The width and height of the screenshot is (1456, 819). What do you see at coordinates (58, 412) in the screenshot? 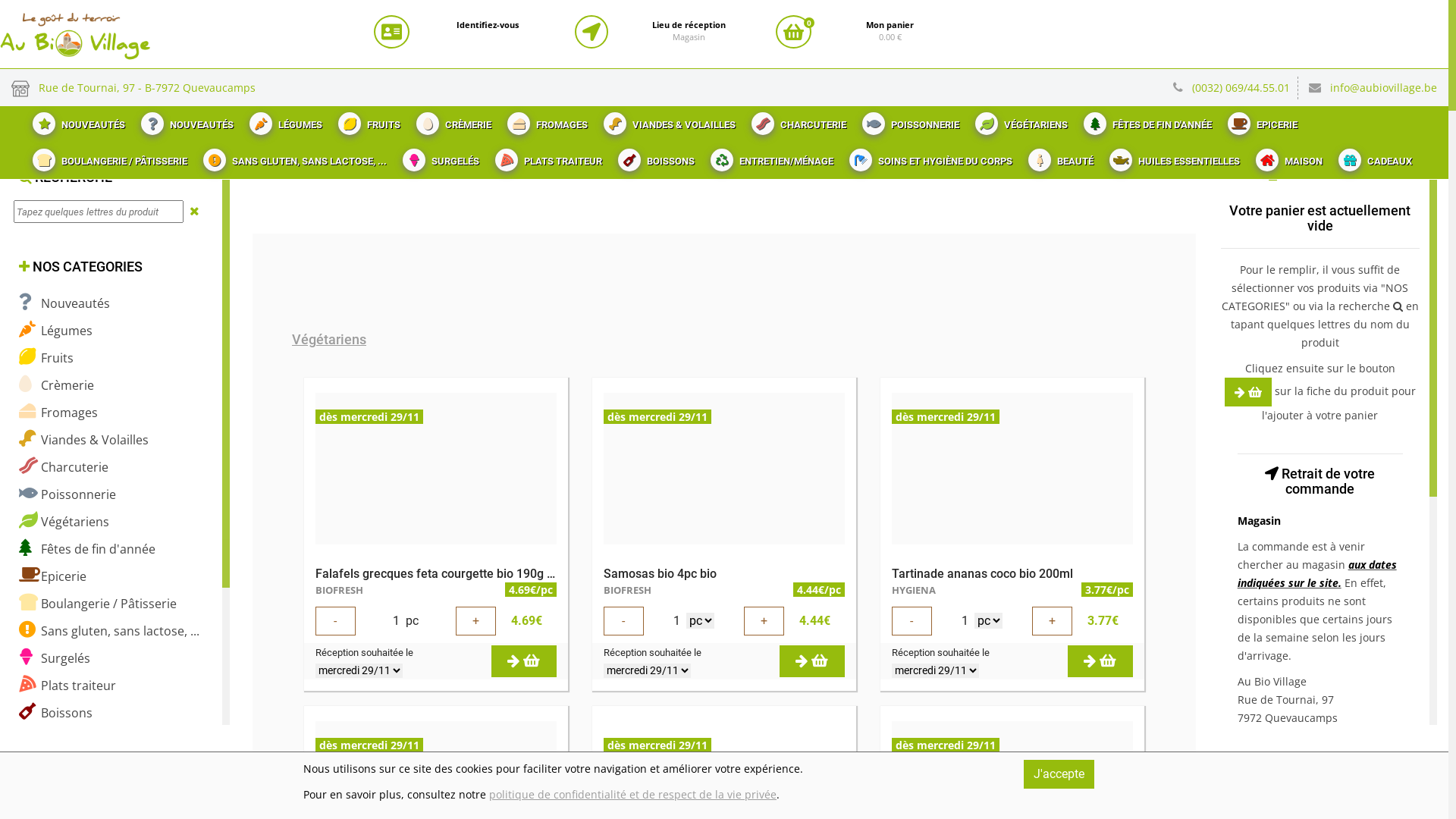
I see `'Fromages'` at bounding box center [58, 412].